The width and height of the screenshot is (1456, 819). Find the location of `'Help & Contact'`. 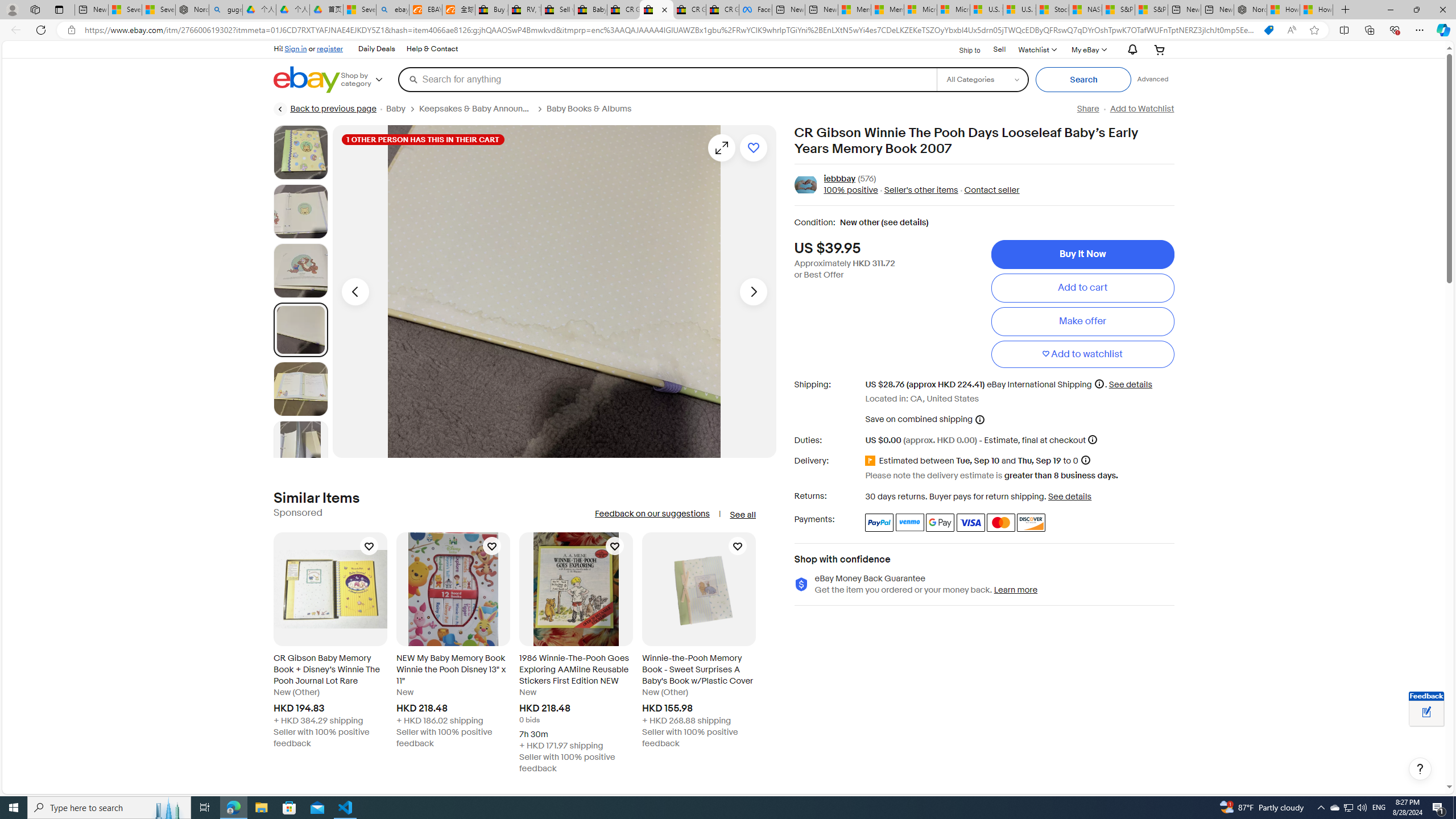

'Help & Contact' is located at coordinates (432, 49).